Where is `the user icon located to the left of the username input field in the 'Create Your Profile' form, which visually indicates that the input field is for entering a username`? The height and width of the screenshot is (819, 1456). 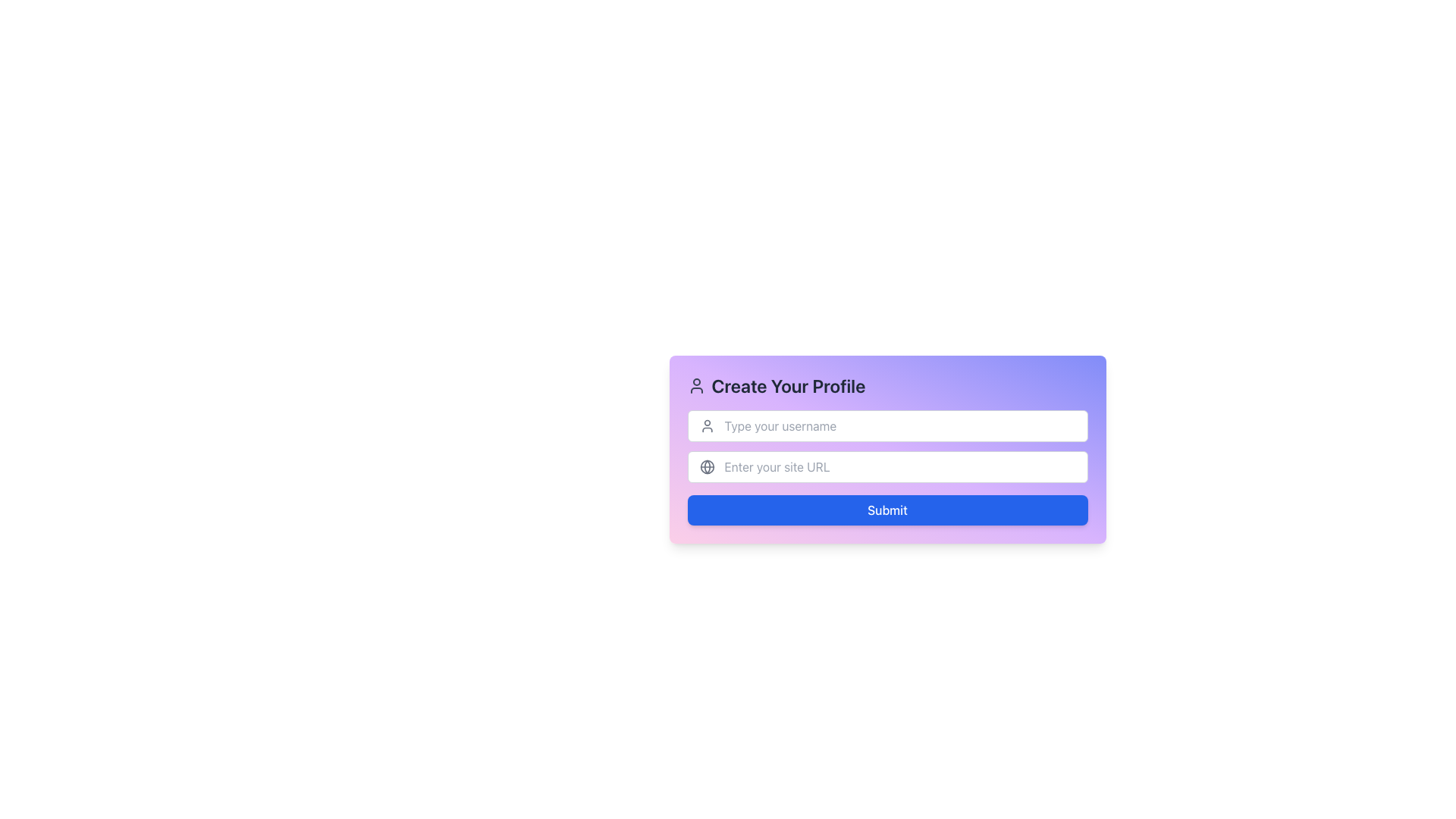 the user icon located to the left of the username input field in the 'Create Your Profile' form, which visually indicates that the input field is for entering a username is located at coordinates (706, 426).